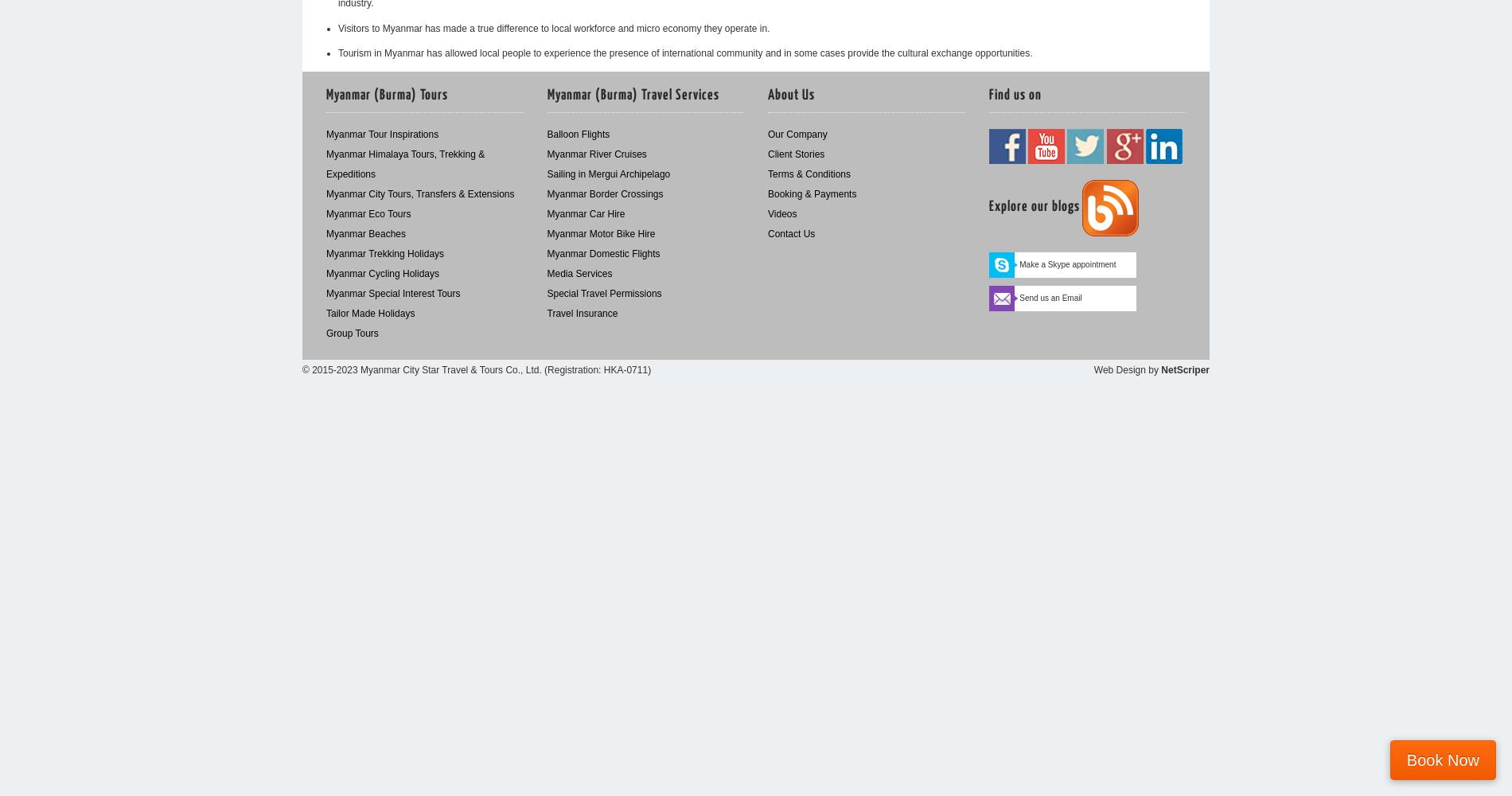  I want to click on 'Myanmar Tour Inspirations', so click(325, 135).